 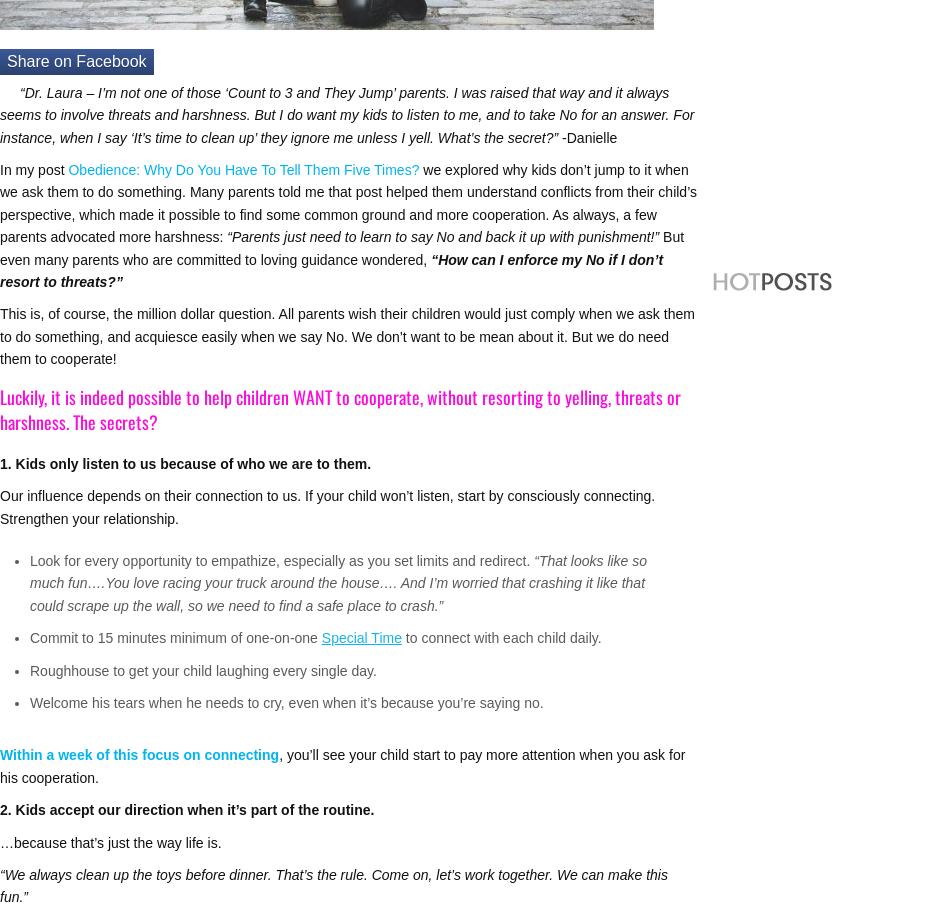 I want to click on '“How can I enforce my No if I don’t resort to threats?”', so click(x=330, y=269).